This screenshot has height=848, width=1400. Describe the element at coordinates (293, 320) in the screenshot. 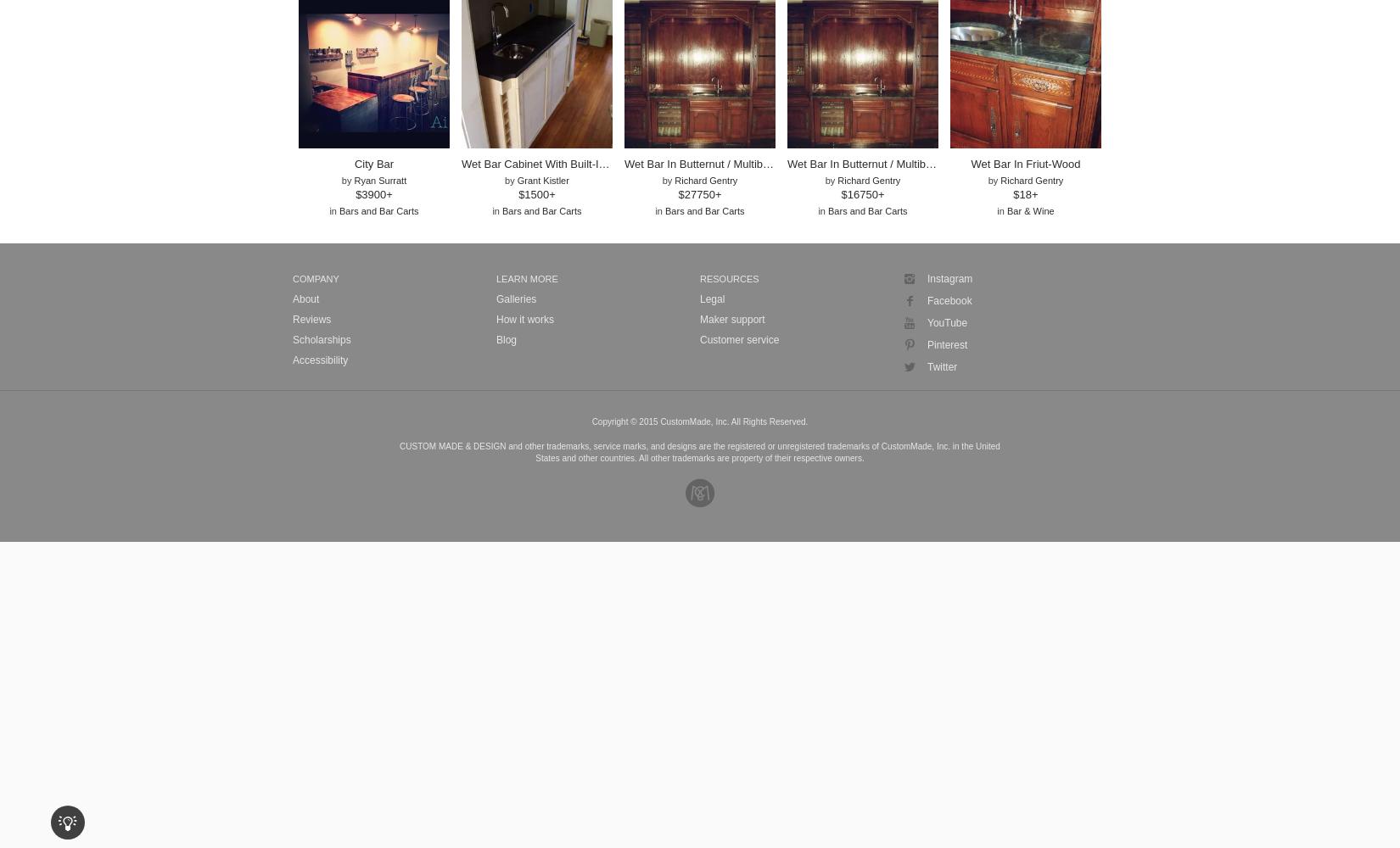

I see `'Reviews'` at that location.